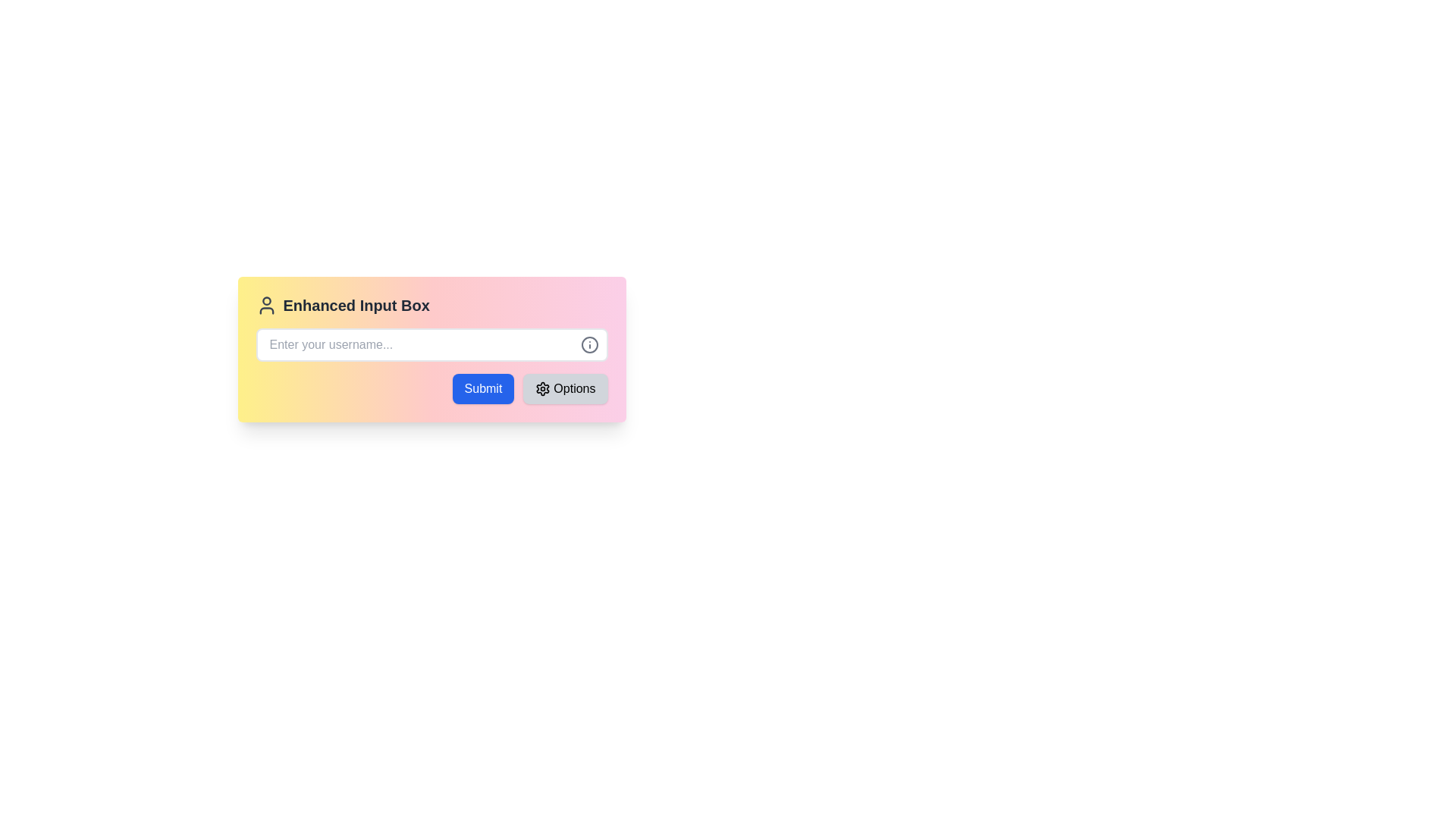 Image resolution: width=1456 pixels, height=819 pixels. Describe the element at coordinates (482, 388) in the screenshot. I see `the submit button located to the left of the 'Options' button in the 'Enhanced Input Box' section` at that location.